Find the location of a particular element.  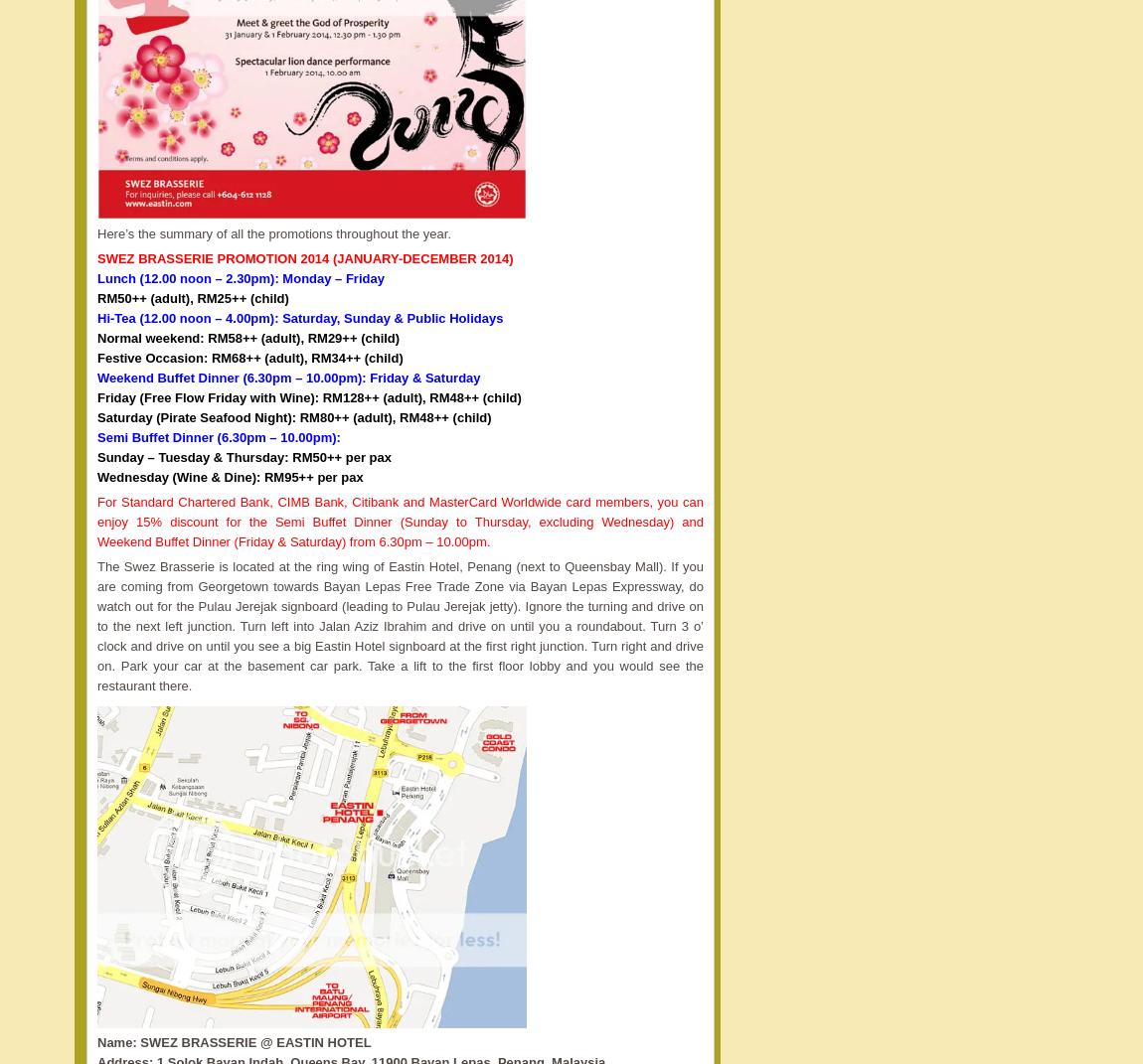

'Festive Occasion: RM68++ (adult), RM34++ (child)' is located at coordinates (248, 356).